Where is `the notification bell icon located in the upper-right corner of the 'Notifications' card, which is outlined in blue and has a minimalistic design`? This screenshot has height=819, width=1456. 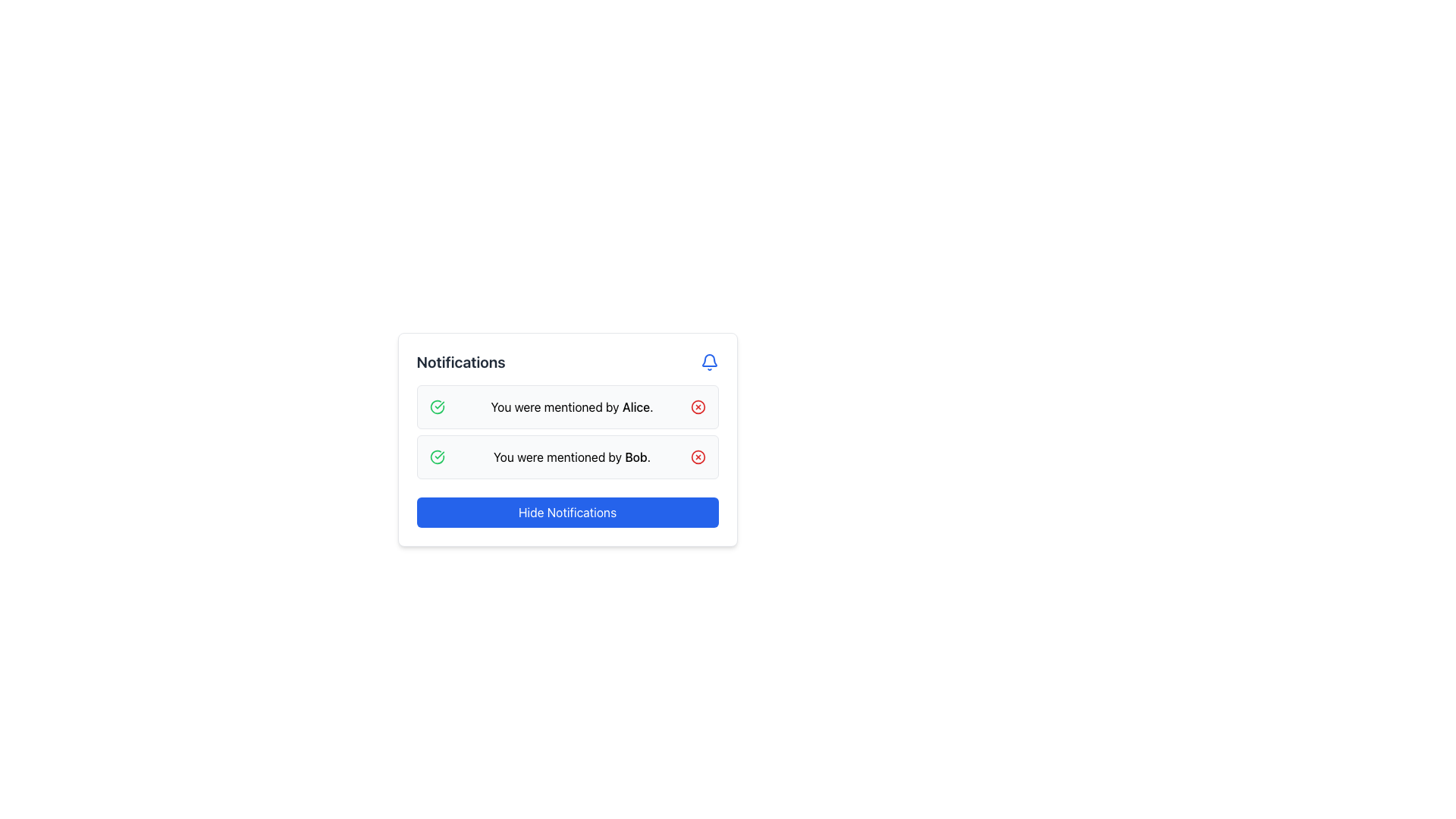 the notification bell icon located in the upper-right corner of the 'Notifications' card, which is outlined in blue and has a minimalistic design is located at coordinates (708, 362).